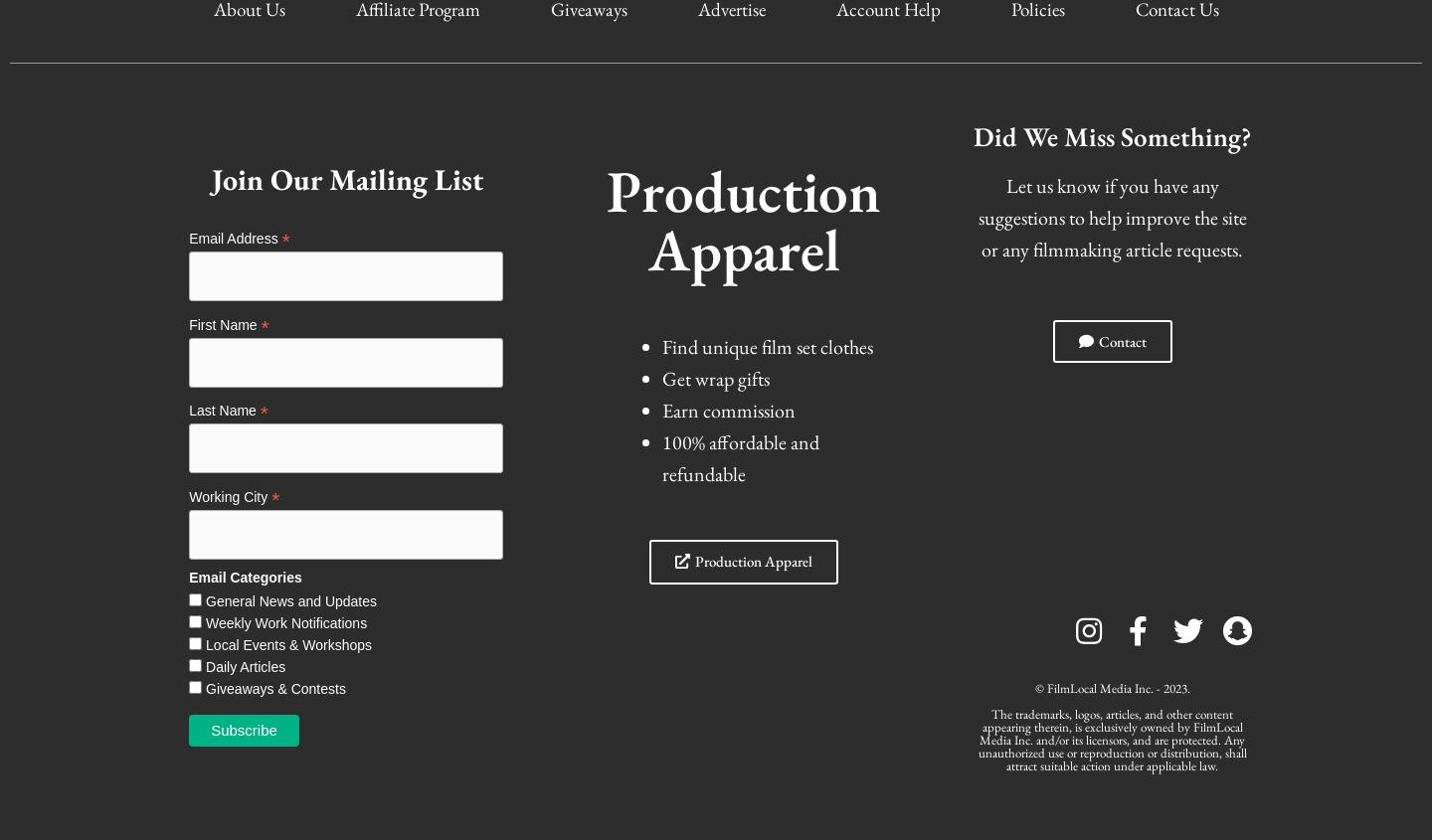  Describe the element at coordinates (1111, 739) in the screenshot. I see `'The trademarks, logos, articles, and other content appearing therein, is exclusively owned by FilmLocal Media Inc. and/or its licensors, and are protected. Any unauthorized use or reproduction or distribution, shall attract suitable action under applicable law.'` at that location.